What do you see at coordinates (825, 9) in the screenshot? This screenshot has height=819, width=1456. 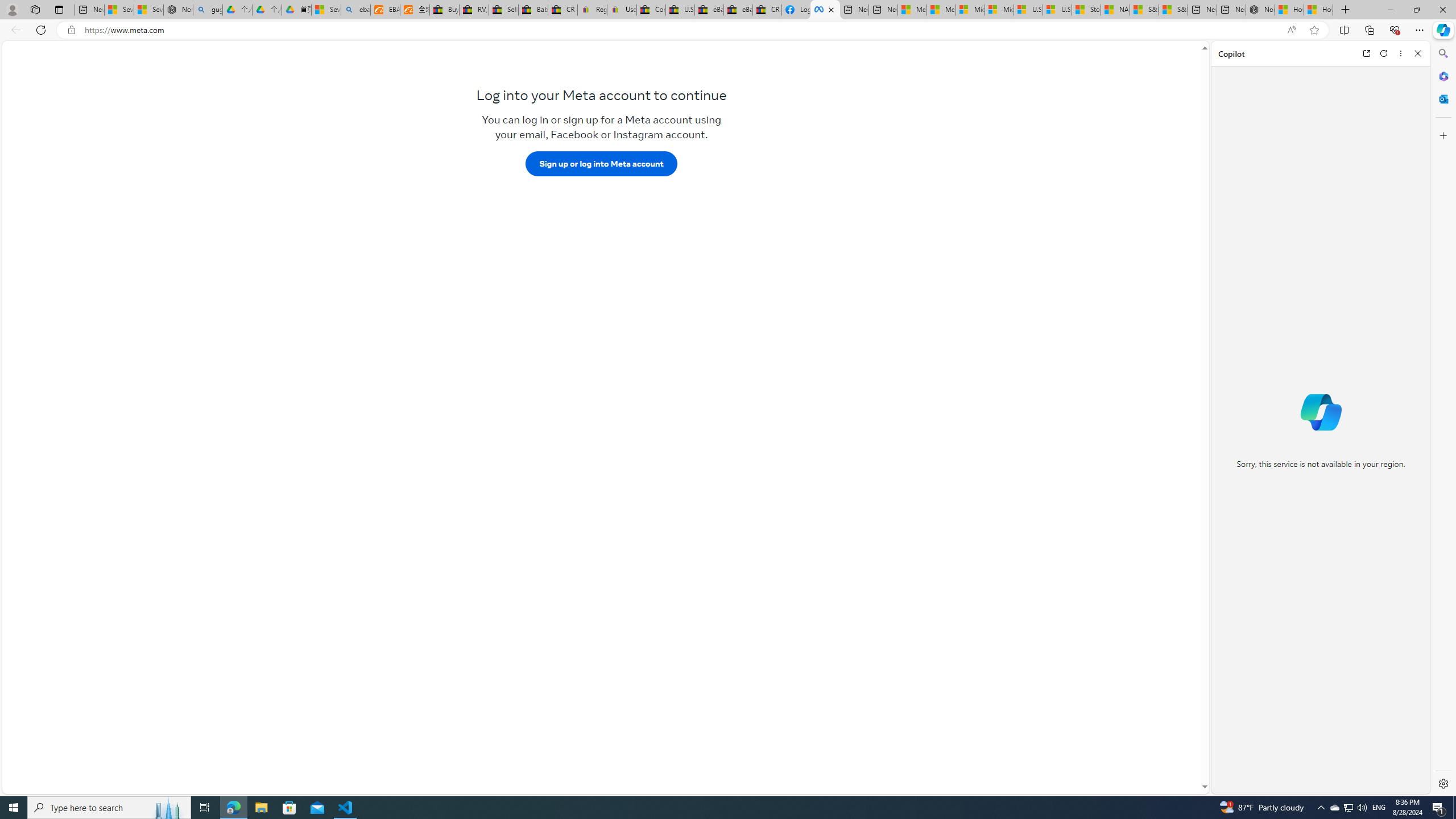 I see `'Meta Store'` at bounding box center [825, 9].